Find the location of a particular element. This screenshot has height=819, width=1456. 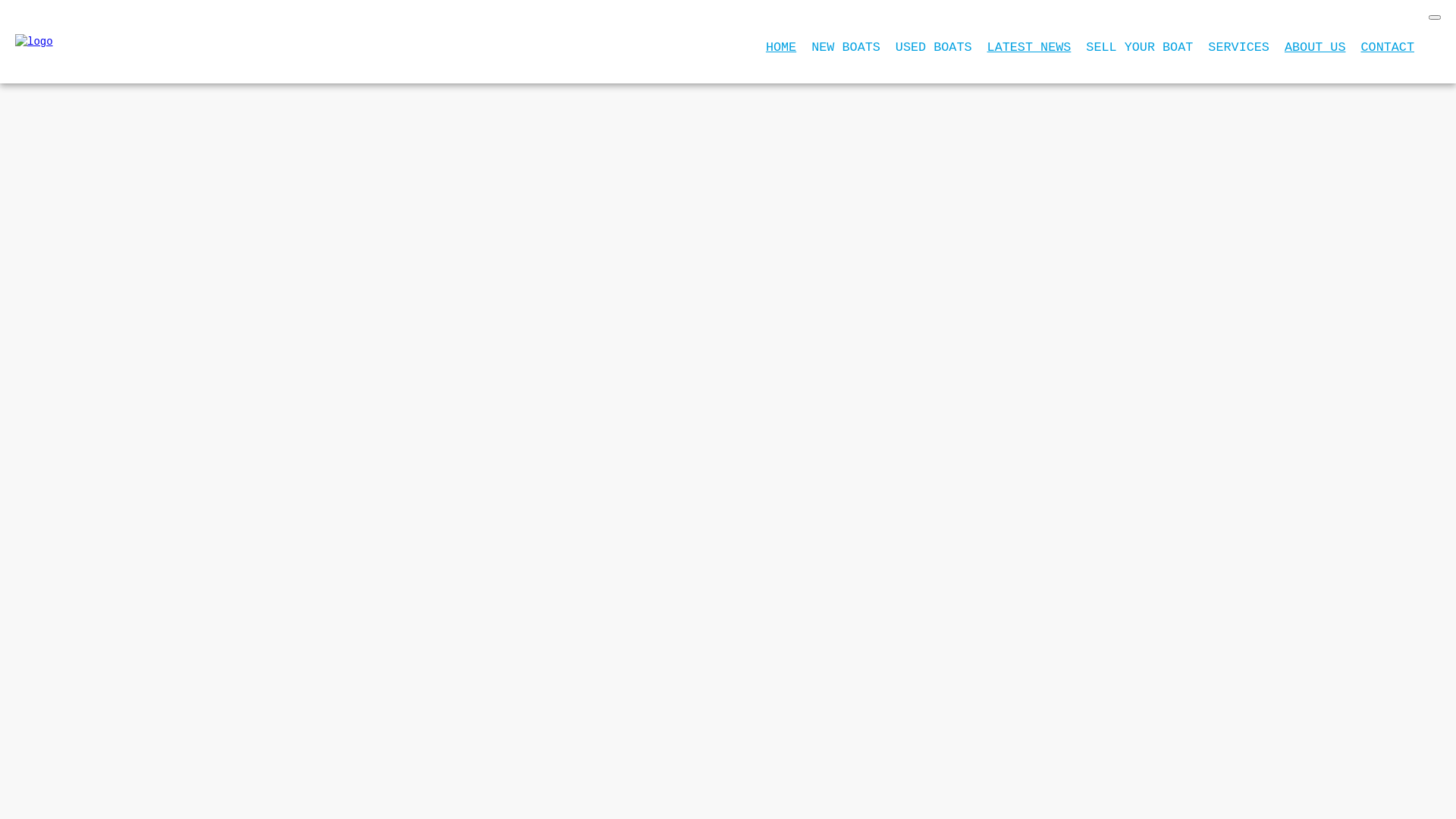

'HOME' is located at coordinates (781, 46).